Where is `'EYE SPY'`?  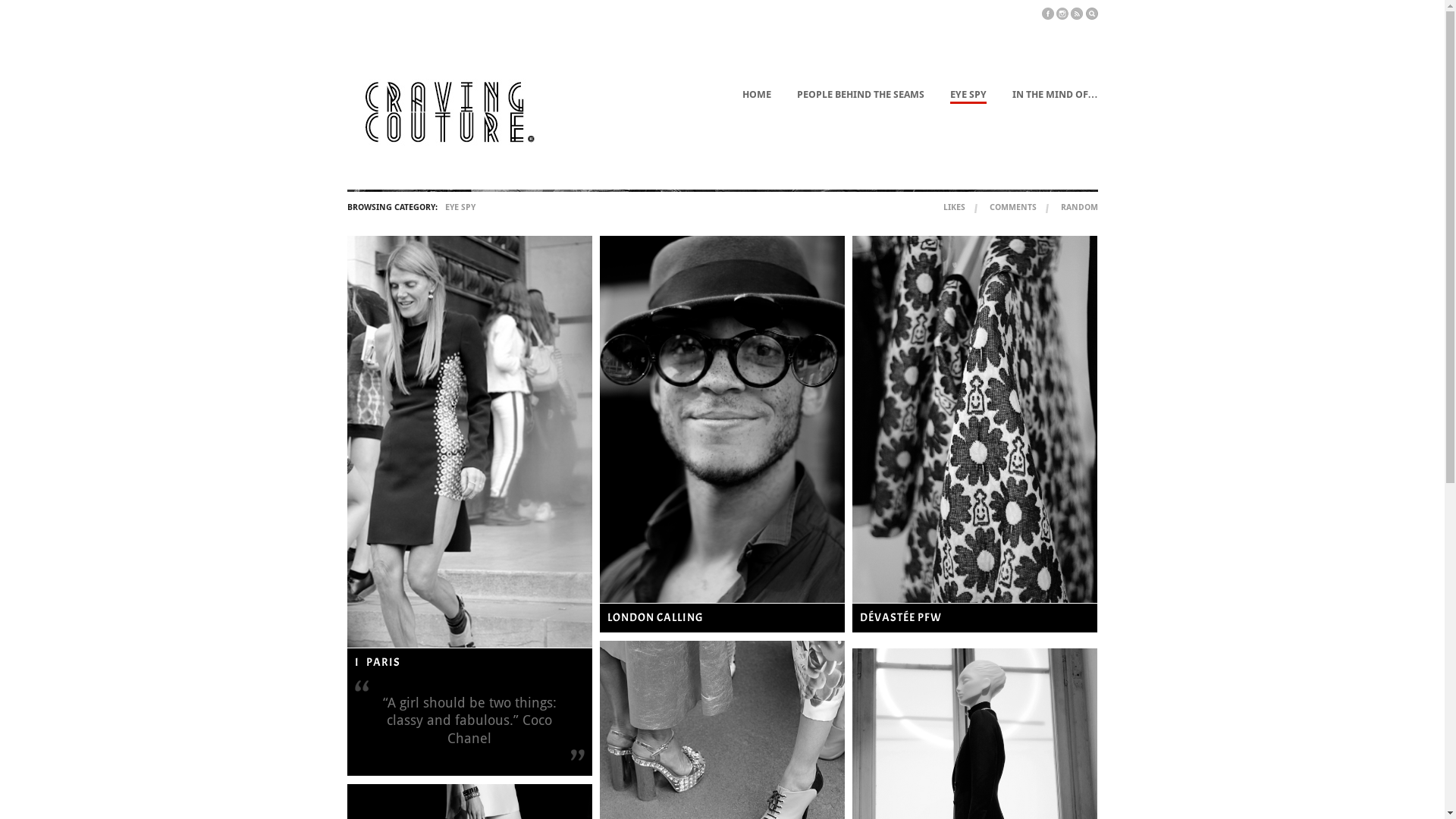 'EYE SPY' is located at coordinates (967, 96).